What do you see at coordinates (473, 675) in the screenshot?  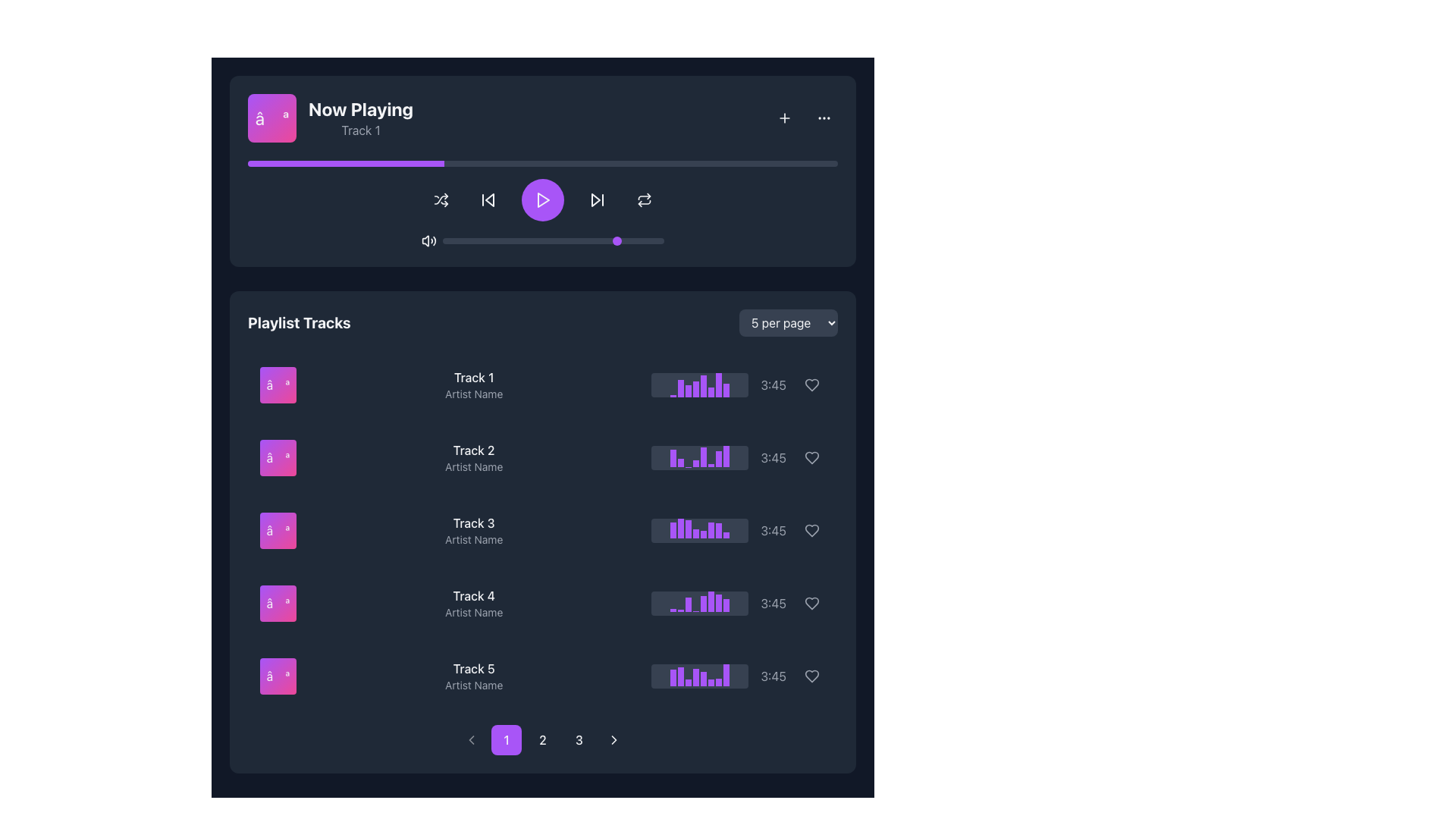 I see `text label displaying the track title 'Track 5' and artist 'Artist Name' located in the fifth row of the playlist section` at bounding box center [473, 675].